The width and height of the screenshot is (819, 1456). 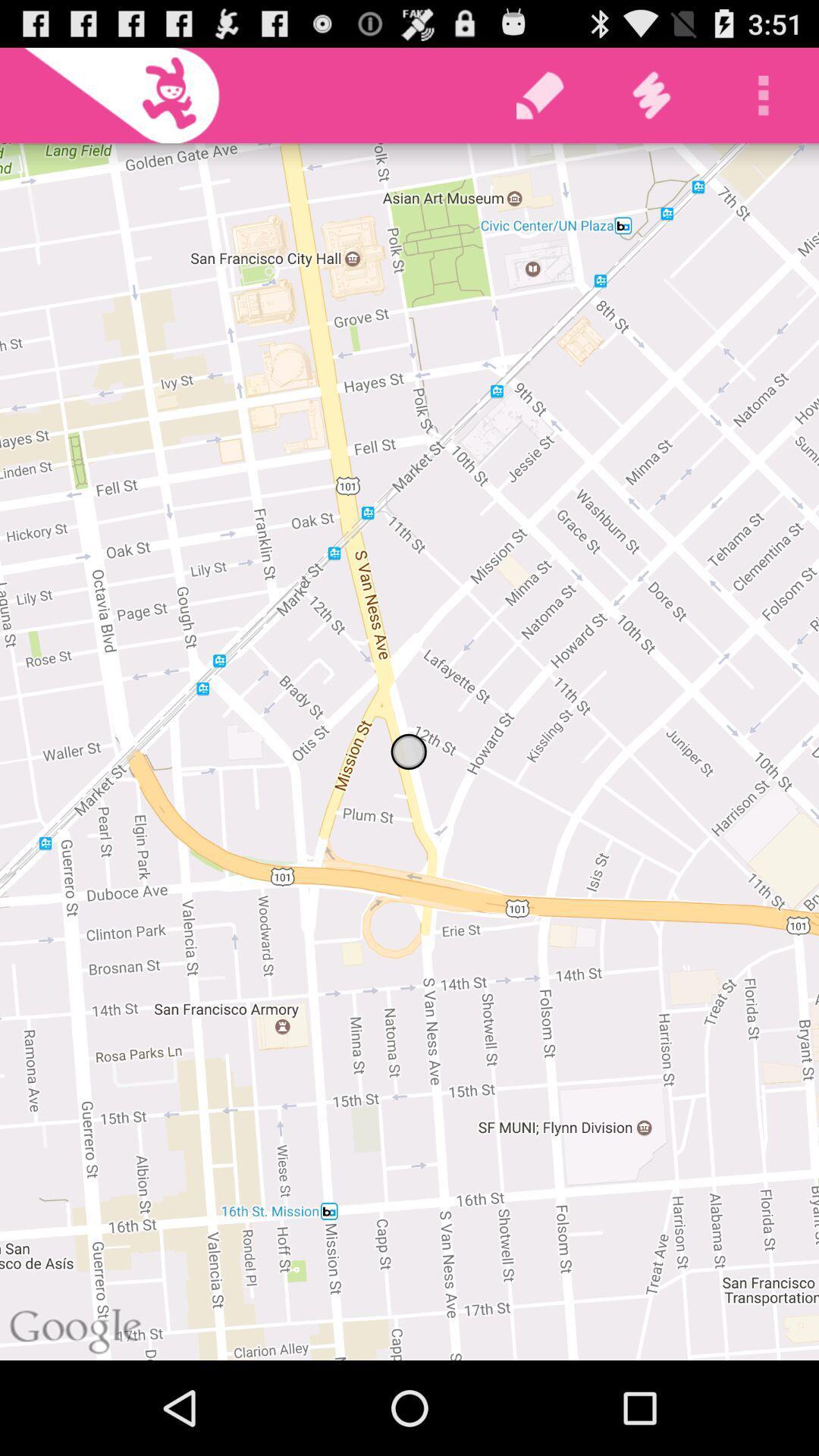 I want to click on the icon at the top, so click(x=539, y=94).